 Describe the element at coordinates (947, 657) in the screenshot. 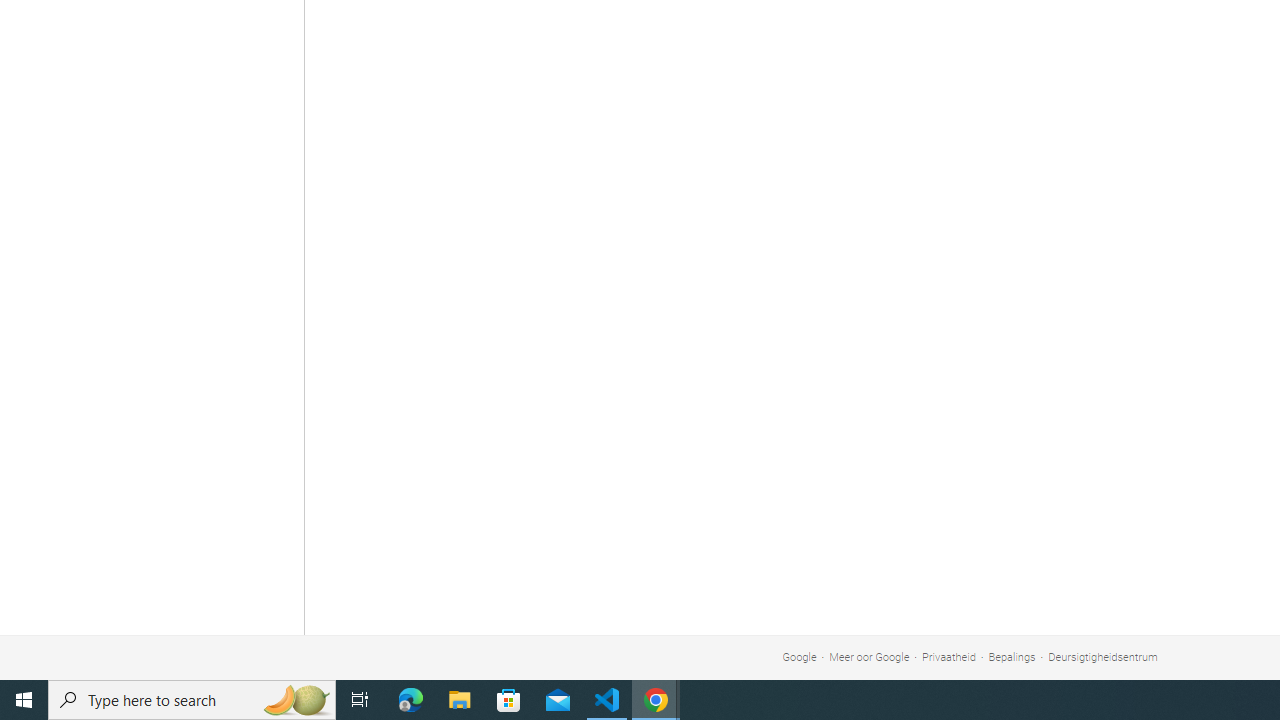

I see `'Privaatheid'` at that location.